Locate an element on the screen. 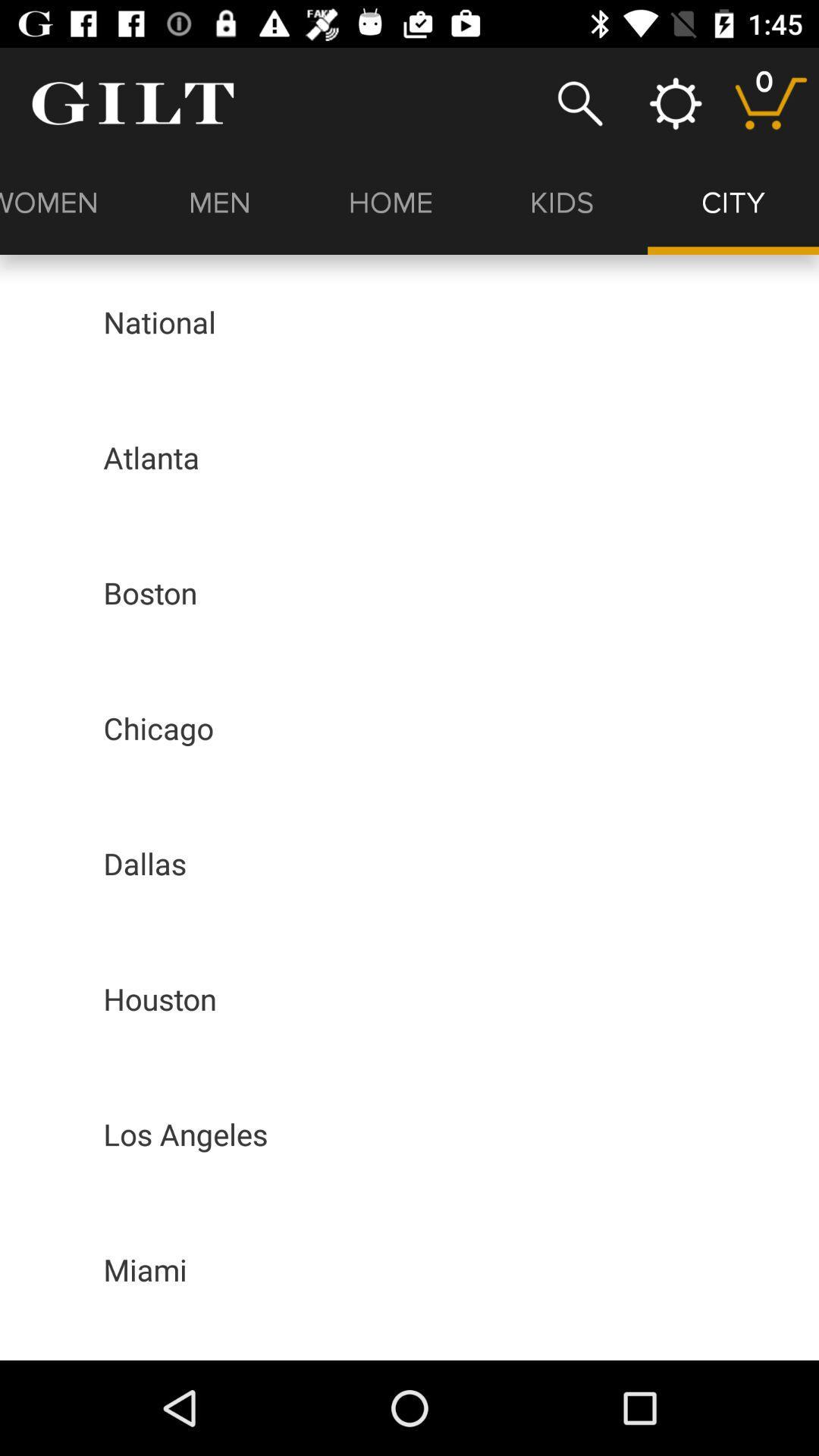 The height and width of the screenshot is (1456, 819). dallas is located at coordinates (145, 863).